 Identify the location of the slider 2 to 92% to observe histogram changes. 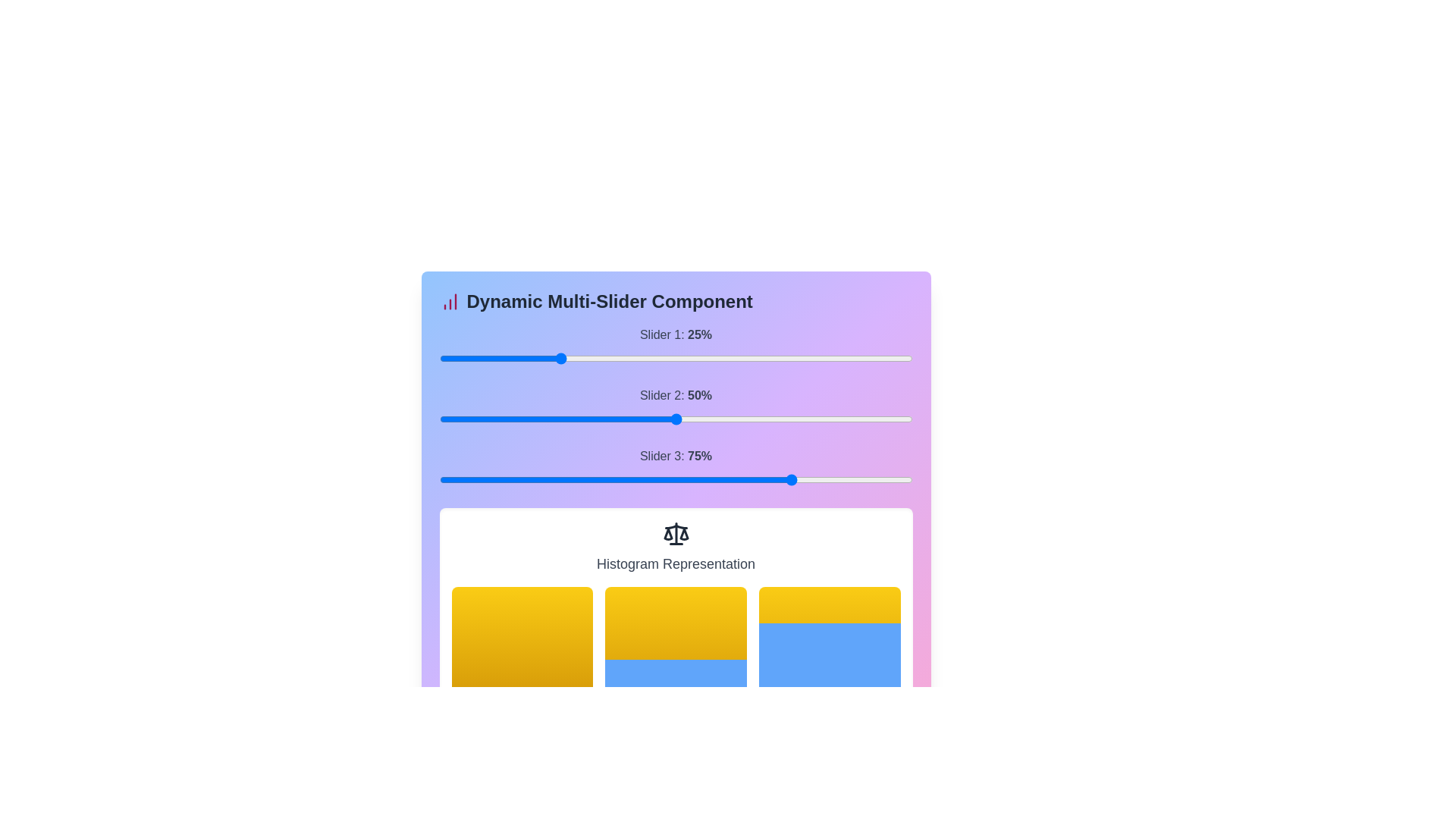
(893, 419).